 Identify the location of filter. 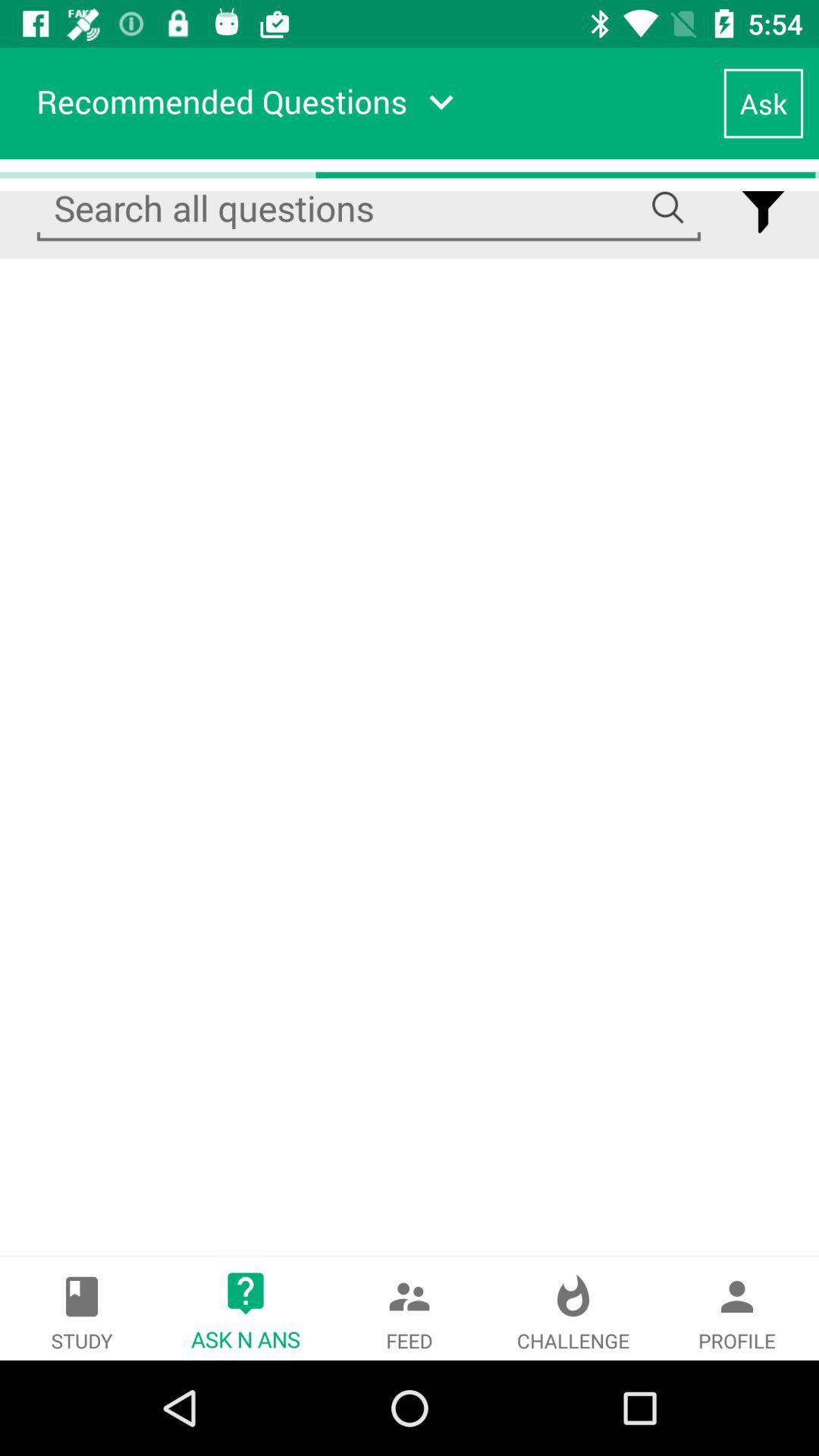
(763, 208).